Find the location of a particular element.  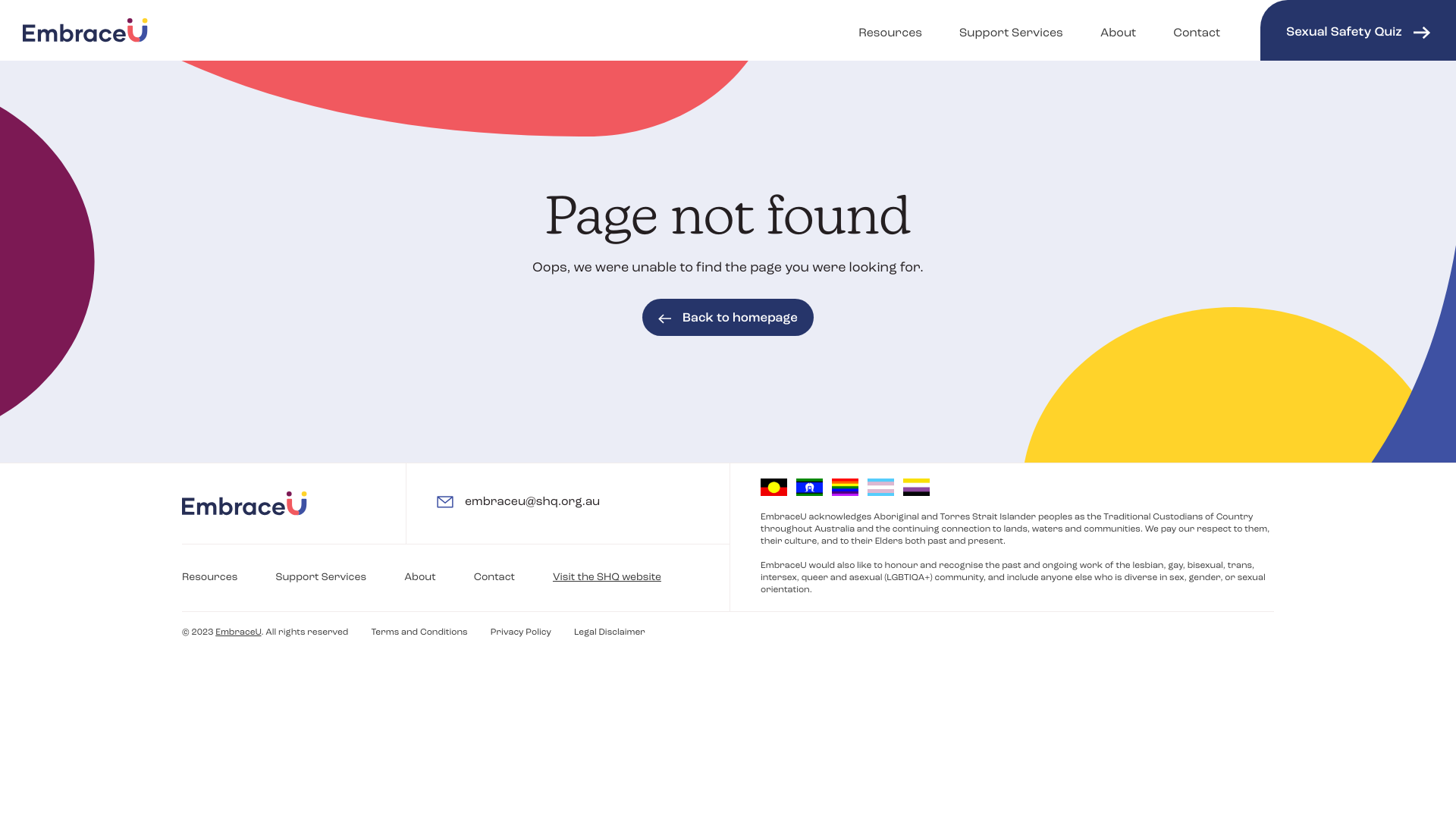

'embraceu@shq.org.au' is located at coordinates (518, 502).